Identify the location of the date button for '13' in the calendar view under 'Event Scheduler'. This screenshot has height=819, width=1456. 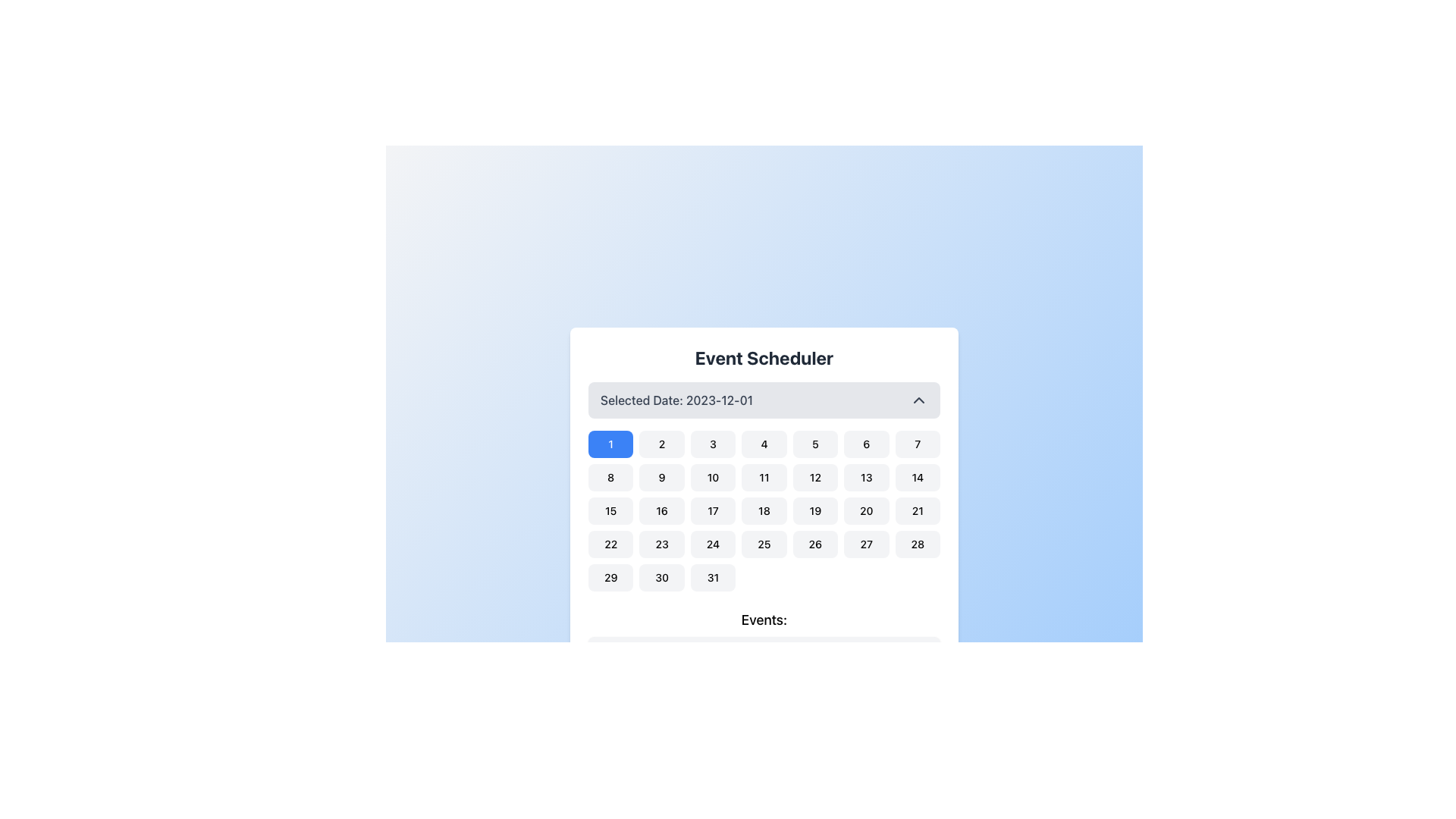
(866, 476).